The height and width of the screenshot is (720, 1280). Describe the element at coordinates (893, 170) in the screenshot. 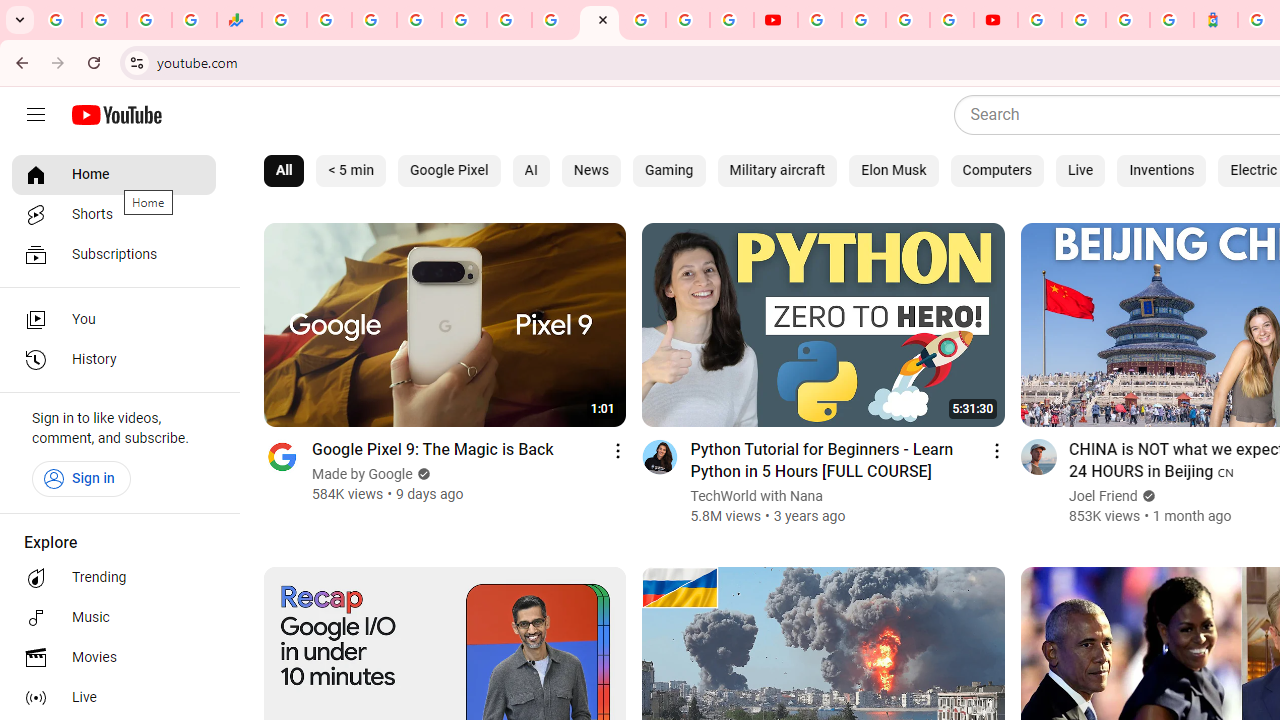

I see `'Elon Musk'` at that location.